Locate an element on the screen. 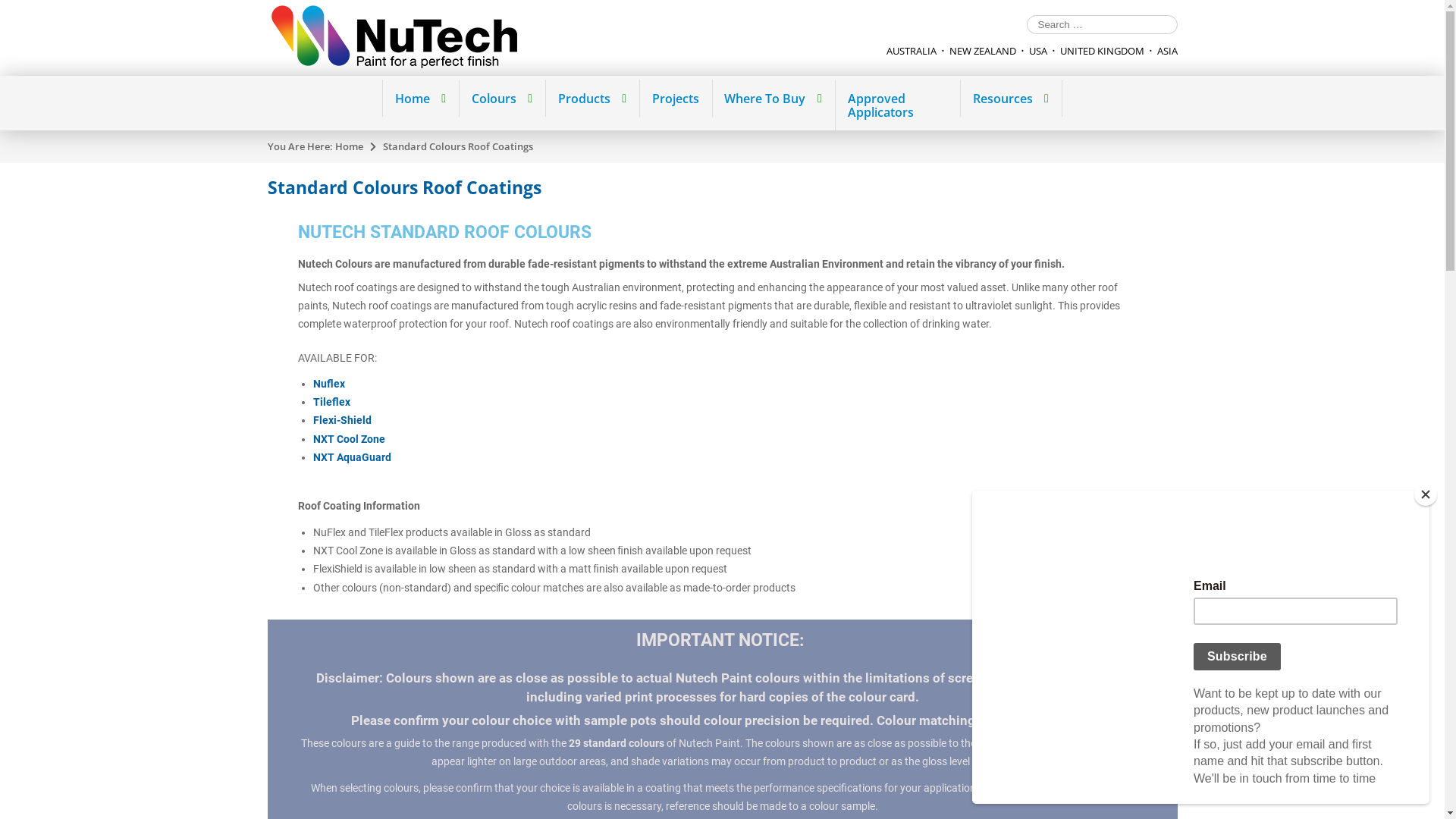 This screenshot has width=1456, height=819. 'Where To Buy' is located at coordinates (773, 98).